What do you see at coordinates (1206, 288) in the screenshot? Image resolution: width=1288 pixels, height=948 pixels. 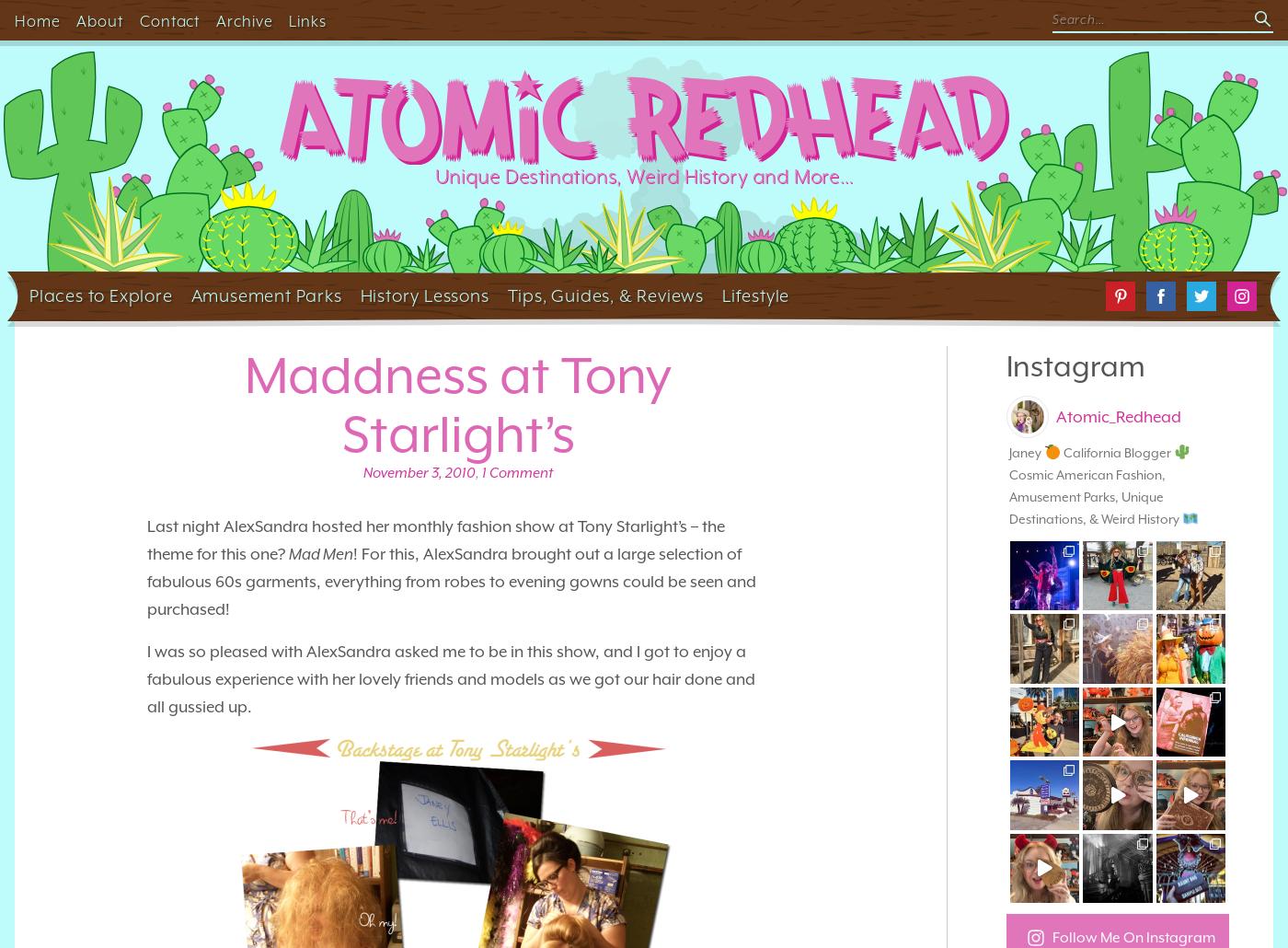 I see `'Twitter'` at bounding box center [1206, 288].